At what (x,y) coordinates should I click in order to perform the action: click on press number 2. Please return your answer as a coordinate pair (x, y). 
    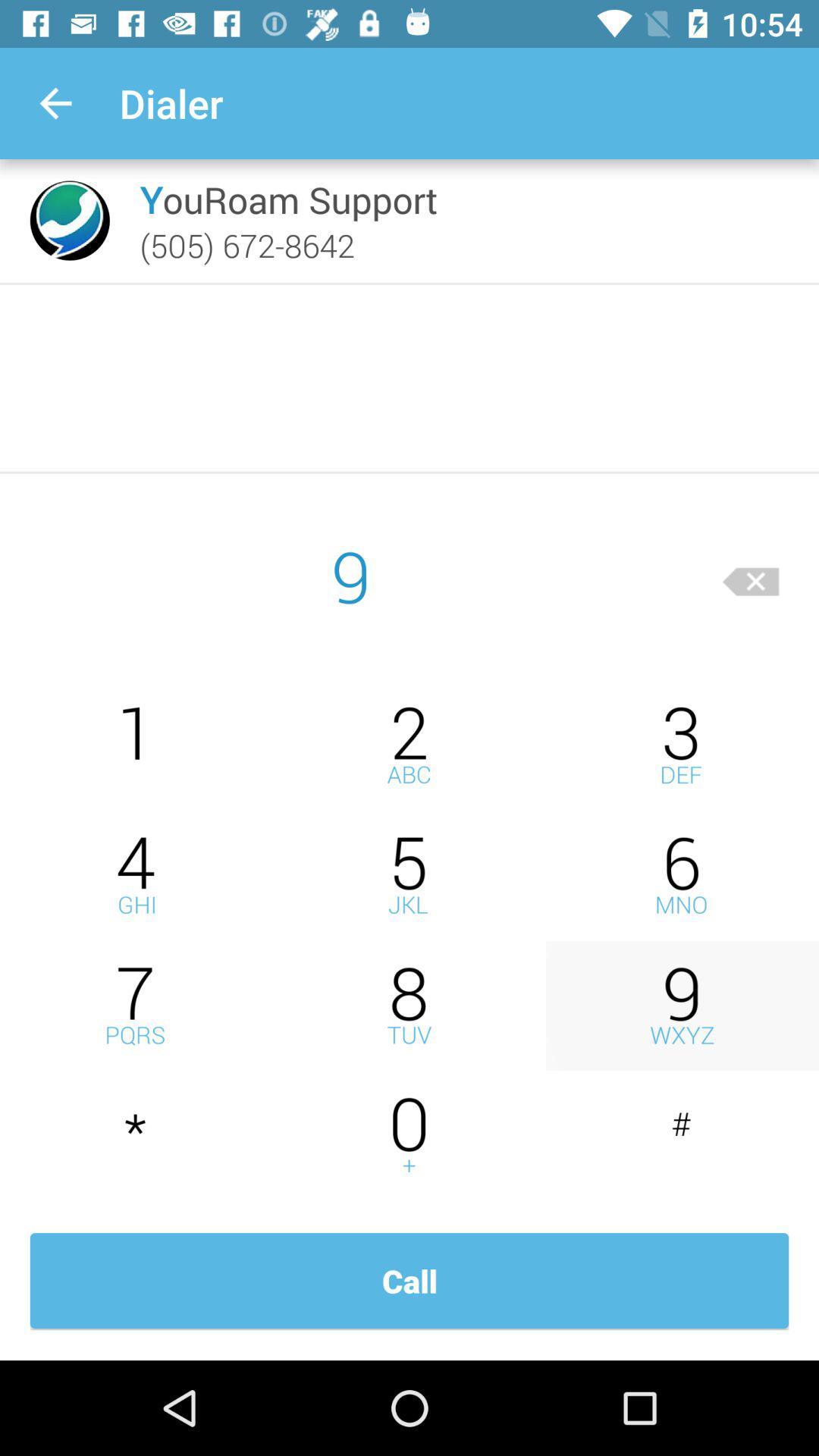
    Looking at the image, I should click on (409, 745).